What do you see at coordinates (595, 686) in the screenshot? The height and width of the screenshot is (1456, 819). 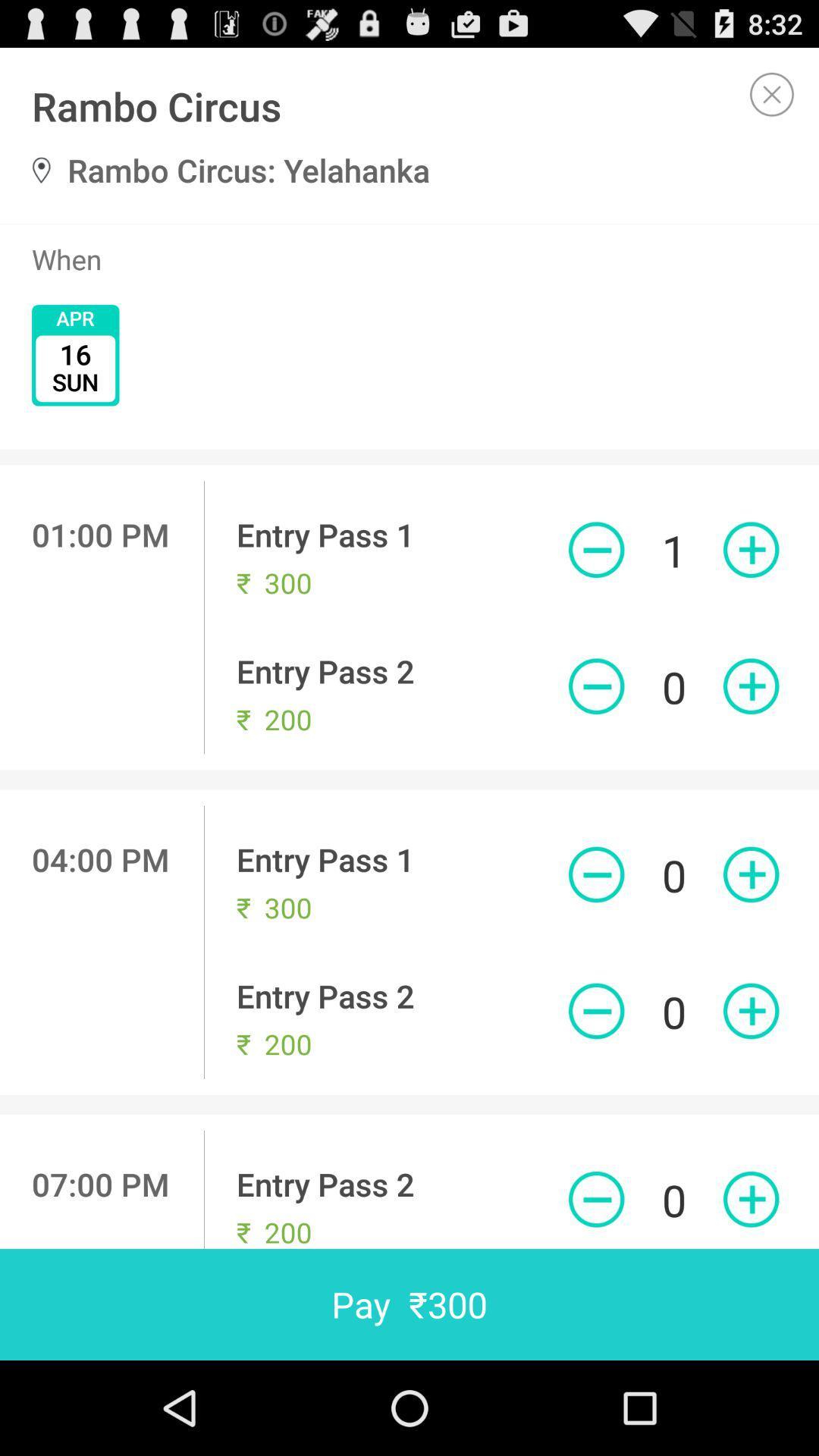 I see `decrease purchase amount` at bounding box center [595, 686].